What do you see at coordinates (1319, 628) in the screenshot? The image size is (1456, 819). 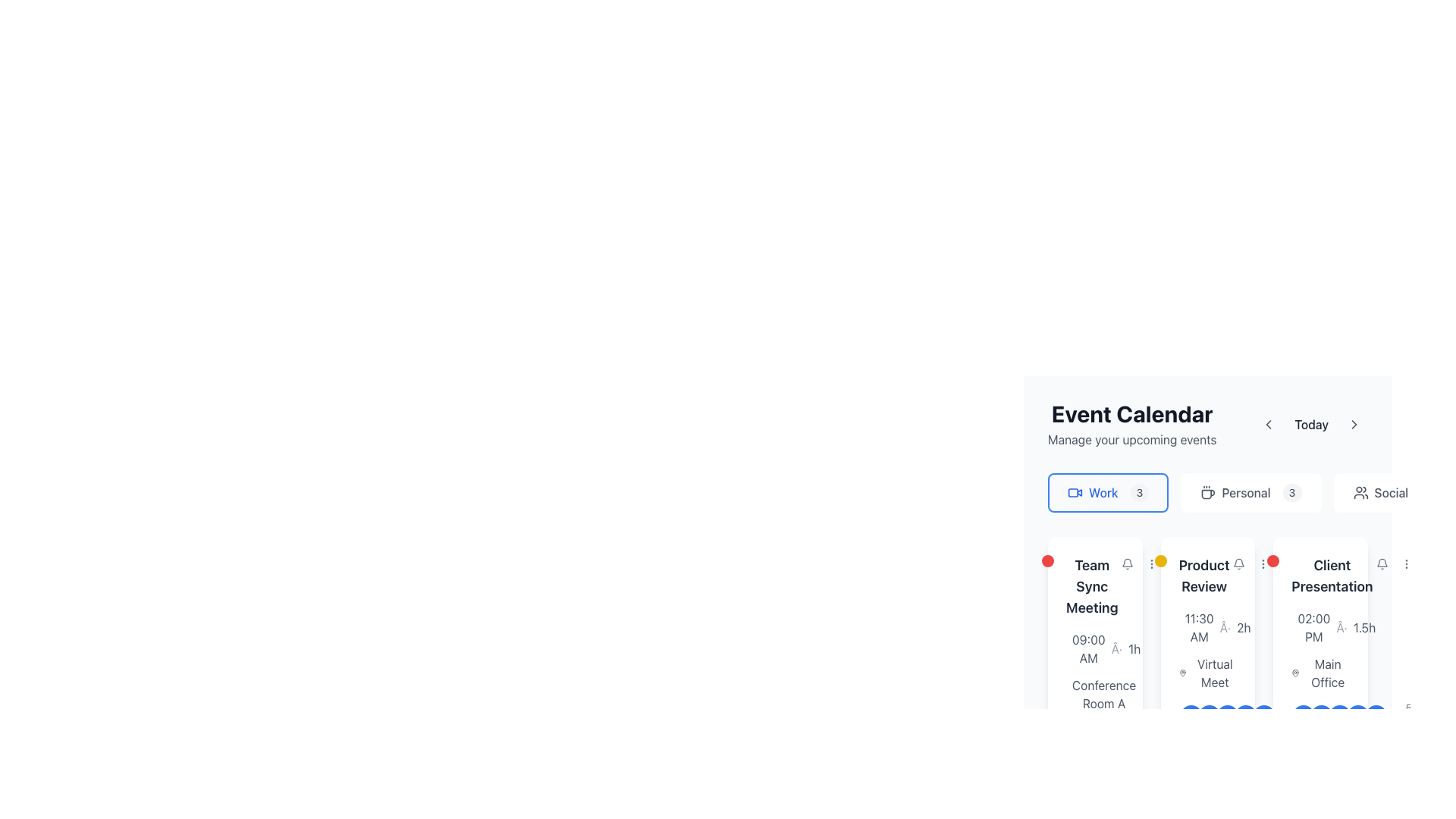 I see `the Text Display Component showing '02:00 PM · 1.5h' in the 'Client Presentation' card located in the top part of the event calendar interface` at bounding box center [1319, 628].